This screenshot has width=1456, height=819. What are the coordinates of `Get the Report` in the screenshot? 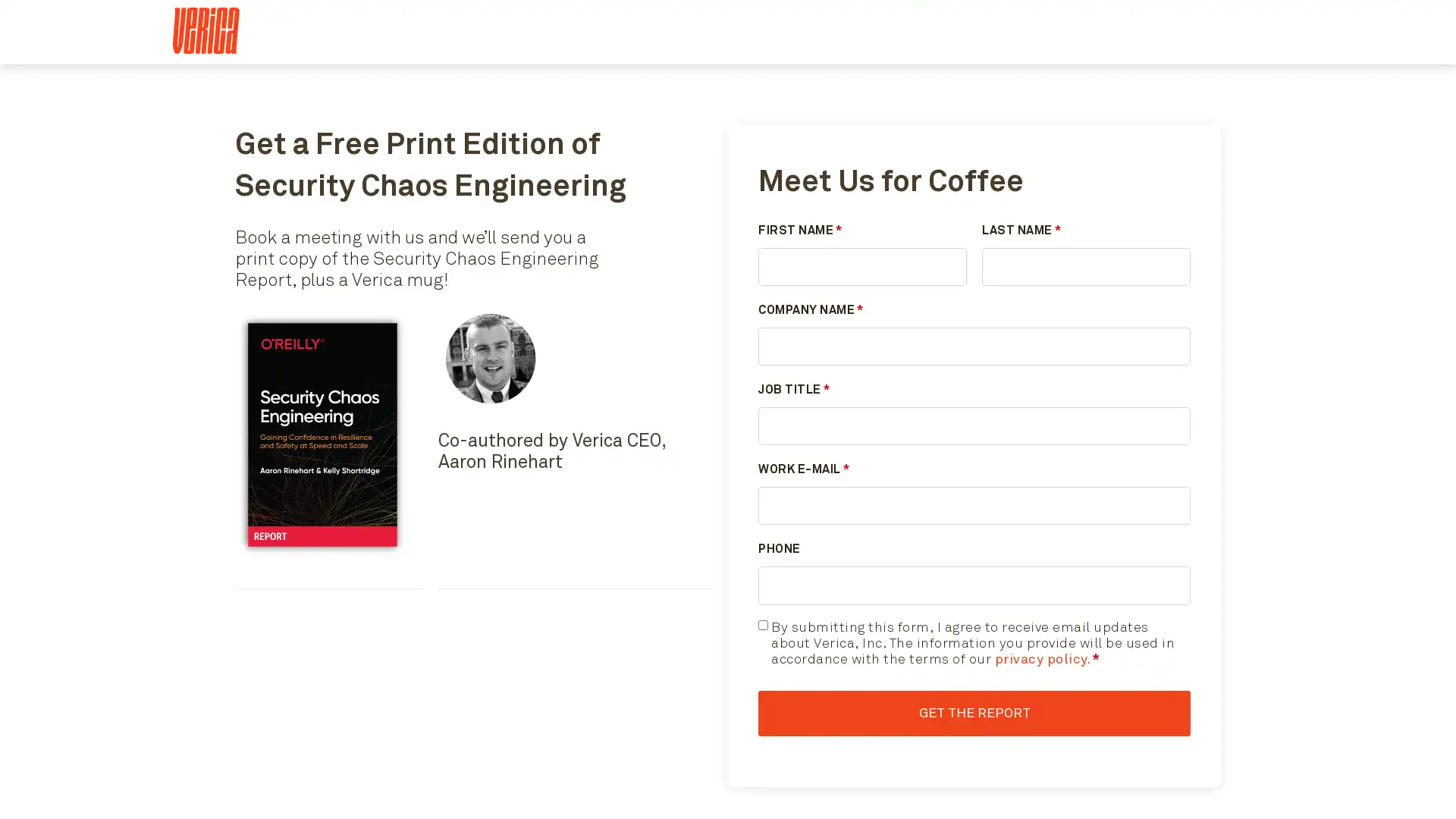 It's located at (974, 748).